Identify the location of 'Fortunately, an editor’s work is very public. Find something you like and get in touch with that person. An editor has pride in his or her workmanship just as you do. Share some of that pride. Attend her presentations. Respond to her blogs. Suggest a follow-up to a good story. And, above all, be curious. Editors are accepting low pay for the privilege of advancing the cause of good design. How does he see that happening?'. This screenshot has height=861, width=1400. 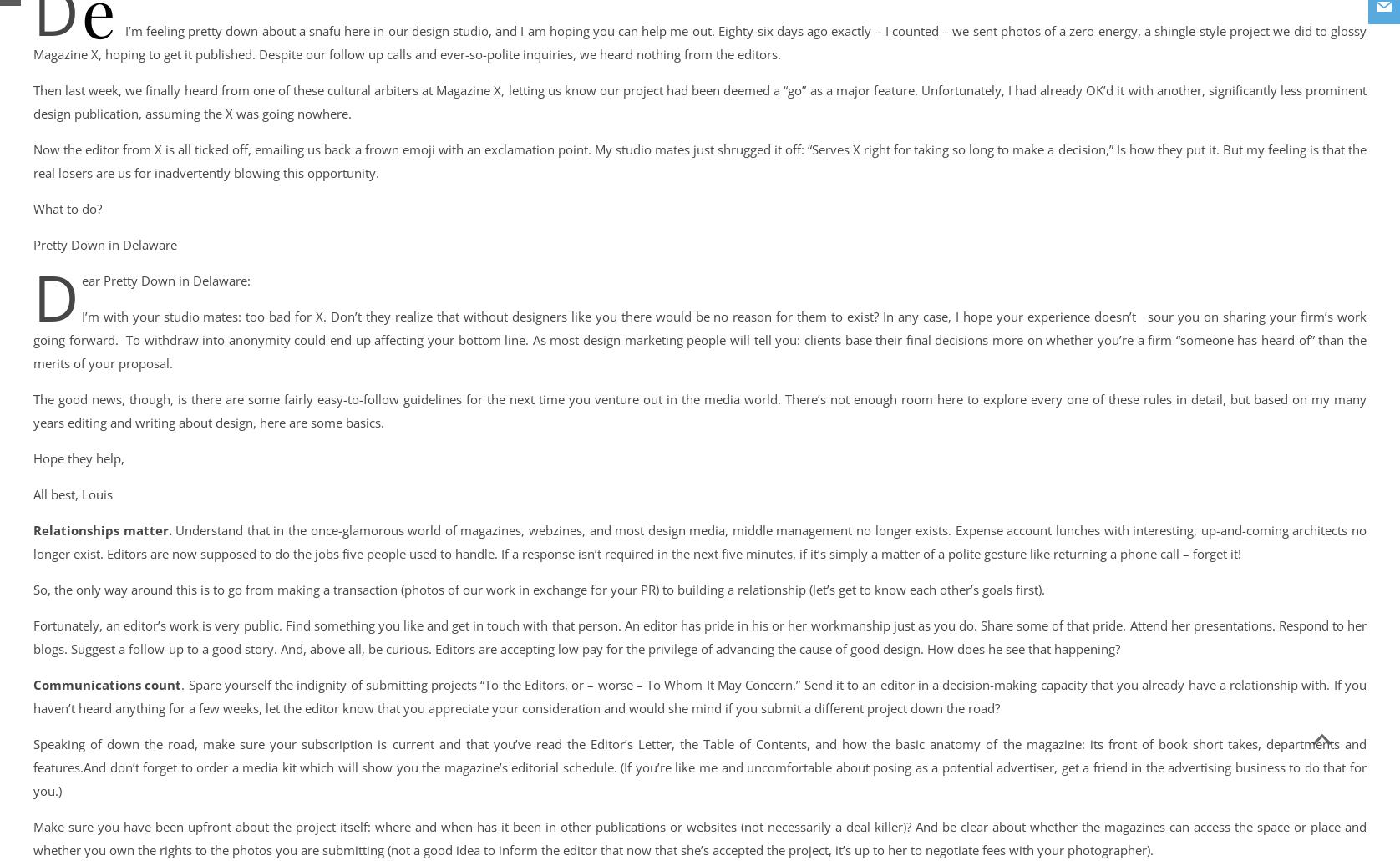
(700, 636).